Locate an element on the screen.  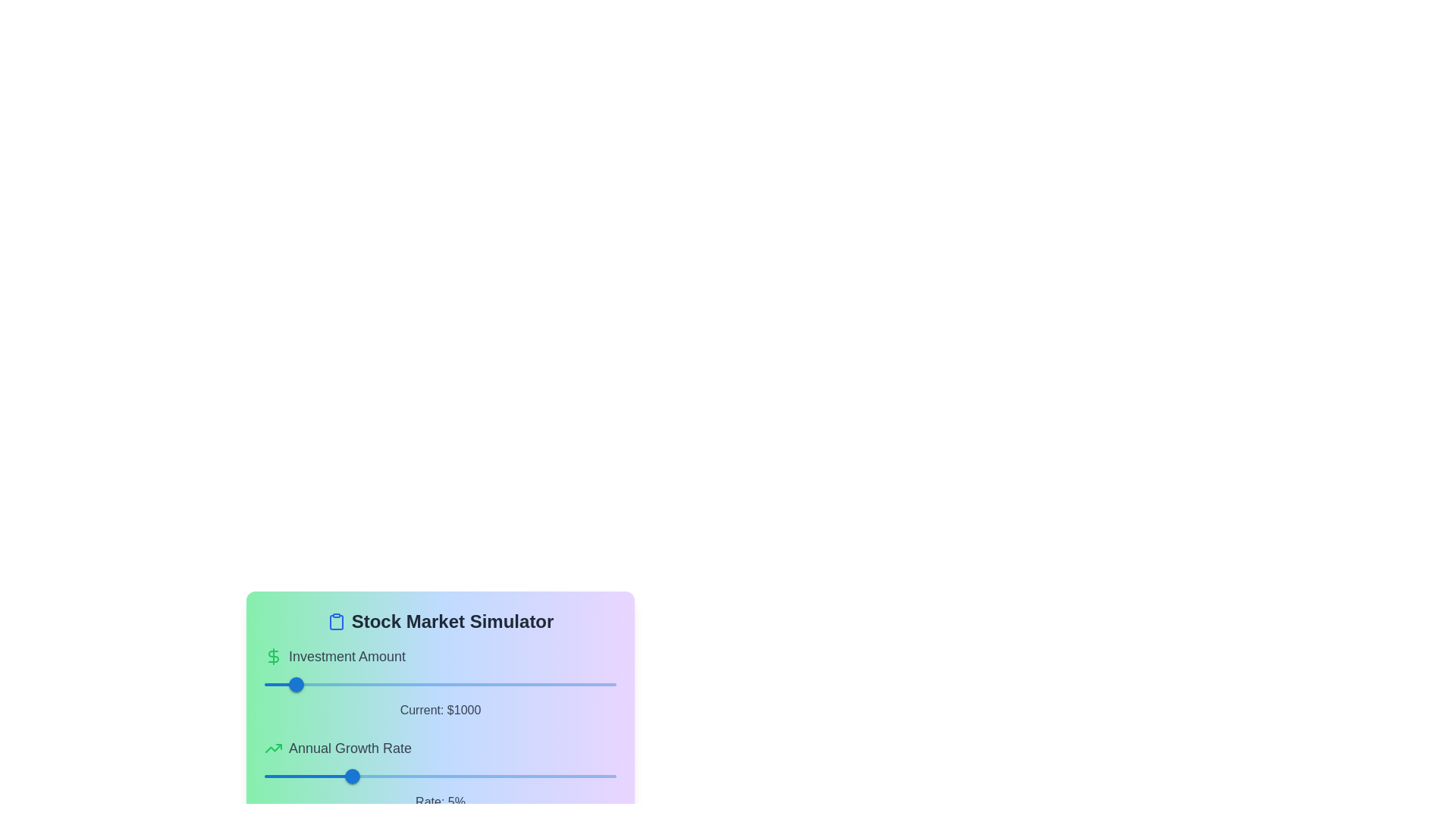
the annual growth rate is located at coordinates (605, 776).